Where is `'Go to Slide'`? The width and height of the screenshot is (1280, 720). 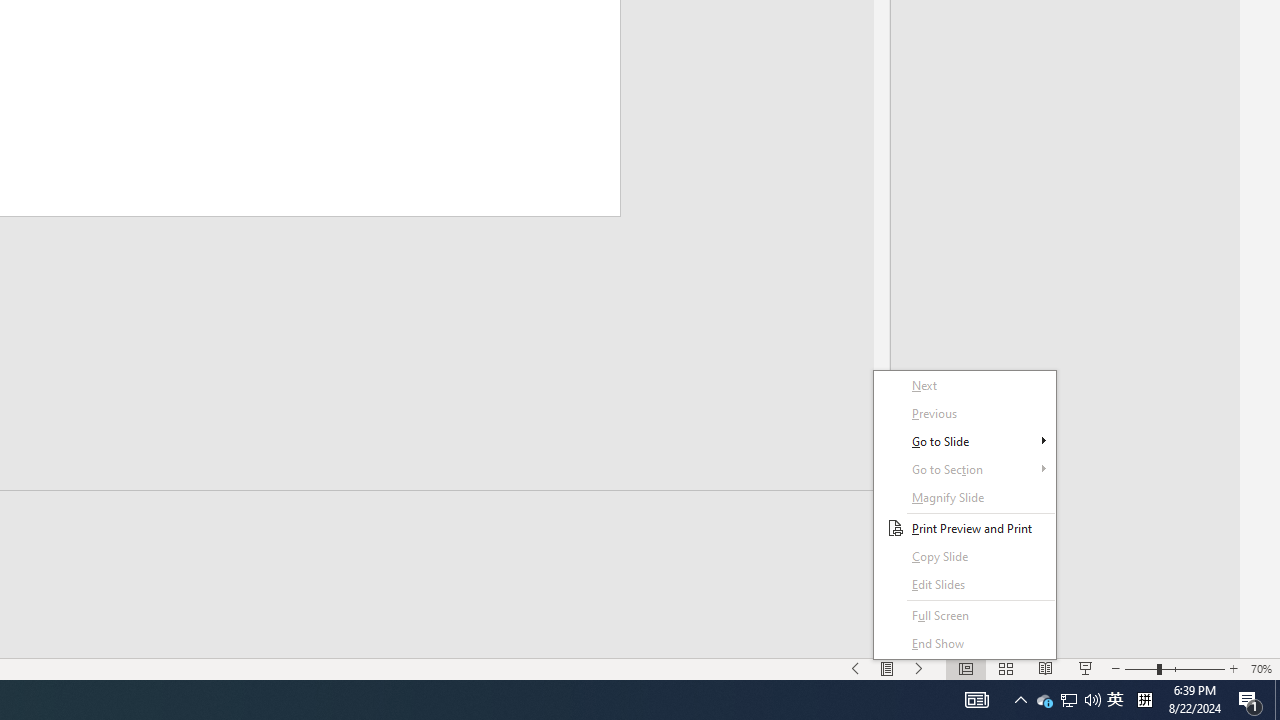 'Go to Slide' is located at coordinates (965, 412).